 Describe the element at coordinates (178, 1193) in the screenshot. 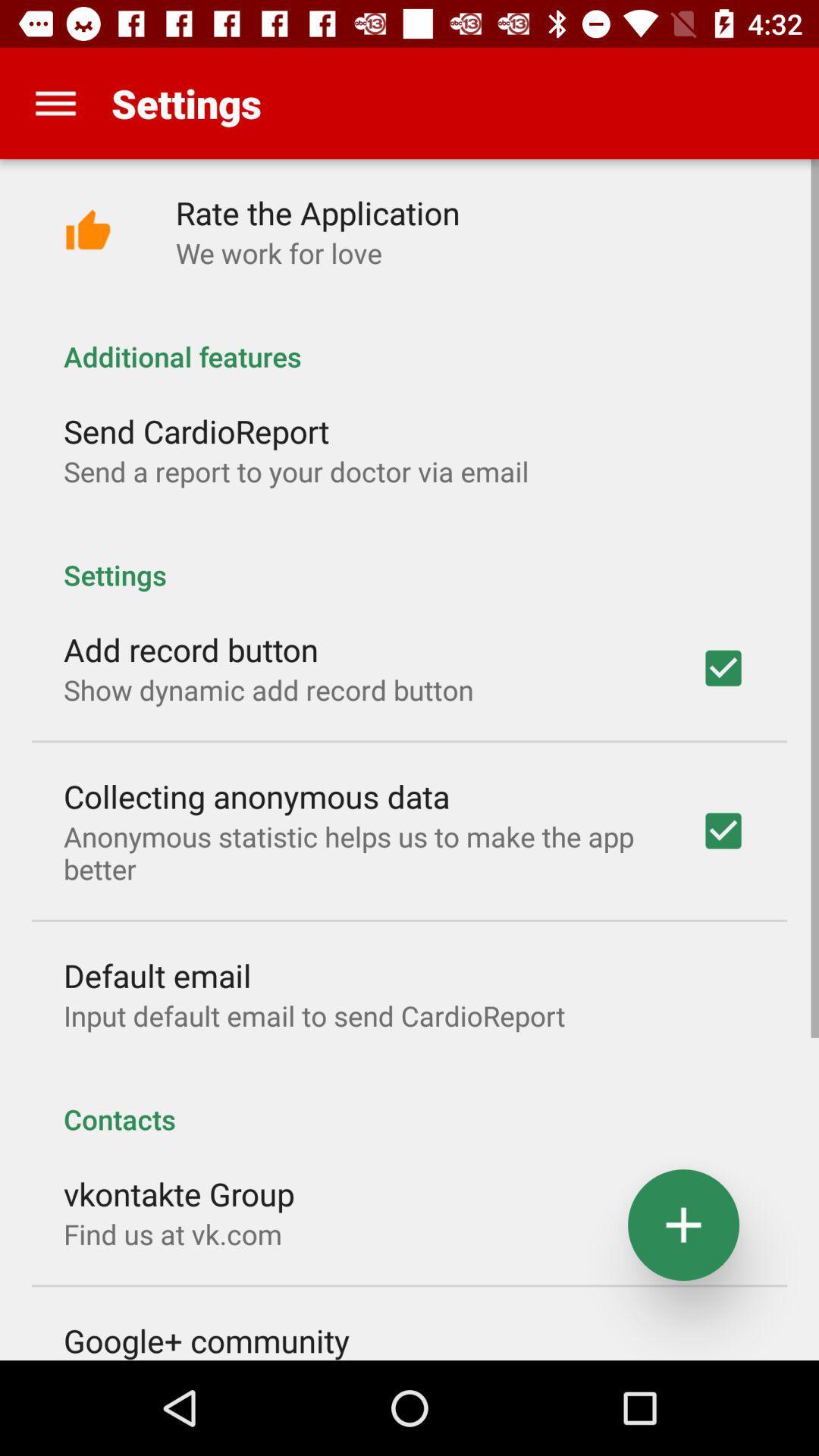

I see `app below contacts item` at that location.